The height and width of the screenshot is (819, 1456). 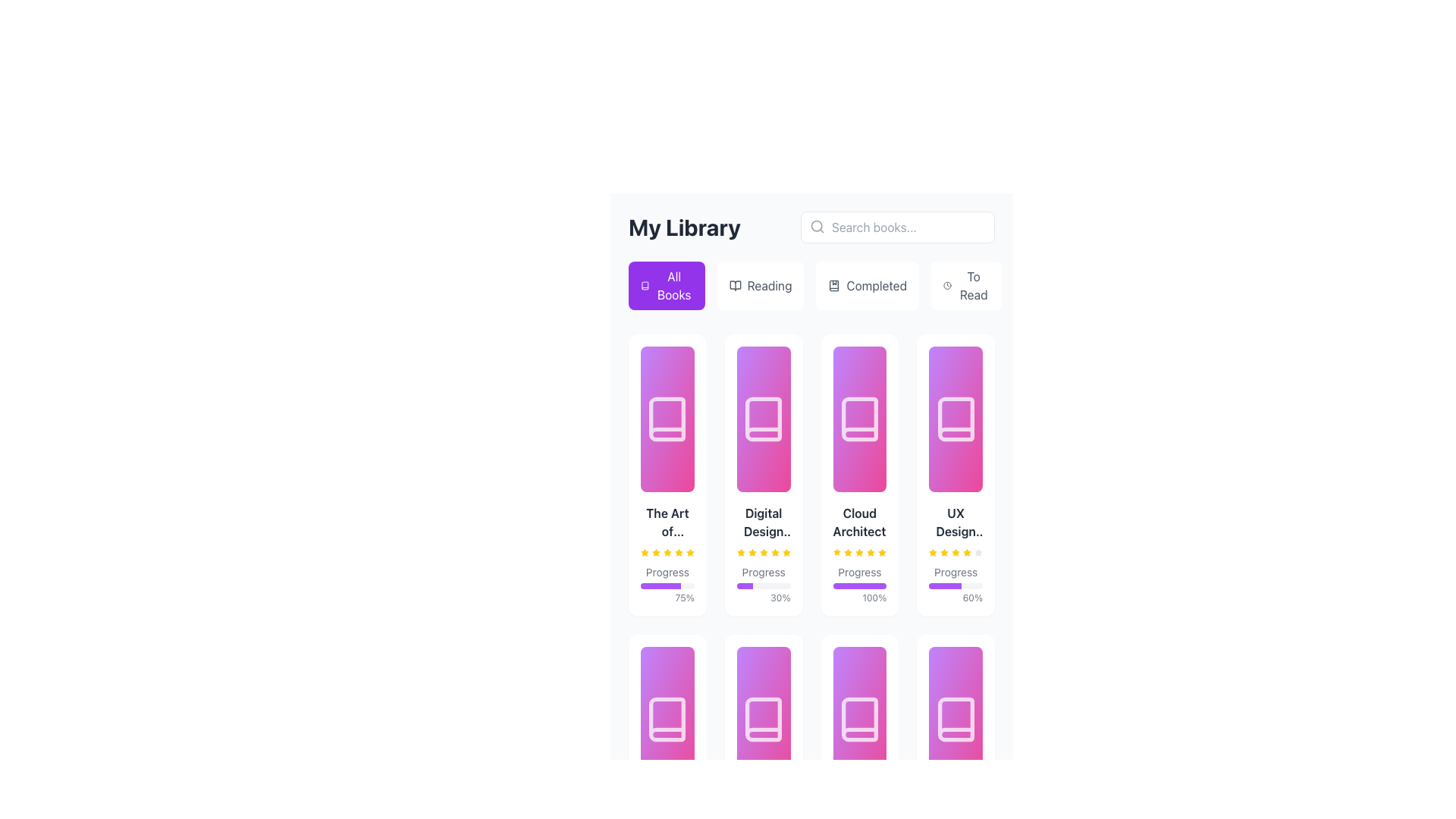 I want to click on the magnifying glass icon that indicates the search functionality within the search bar, located at the top-right area of the interface, positioned just before the placeholder text 'Search books...', so click(x=817, y=227).